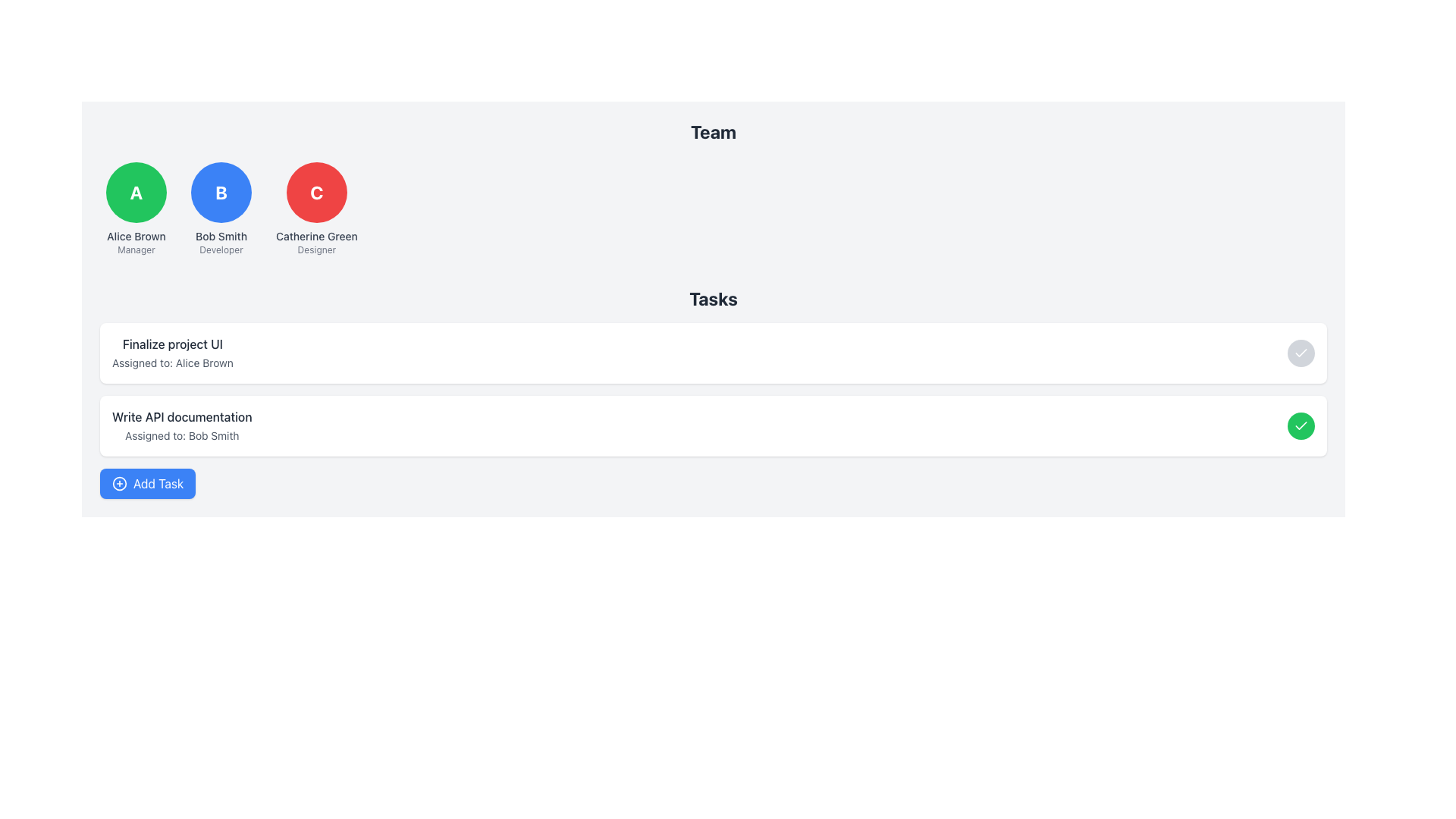  What do you see at coordinates (119, 483) in the screenshot?
I see `the circular vector graphic (SVG) representing the base of the plus-circle icon located within the blue 'Add Task' button in the bottom-left area` at bounding box center [119, 483].